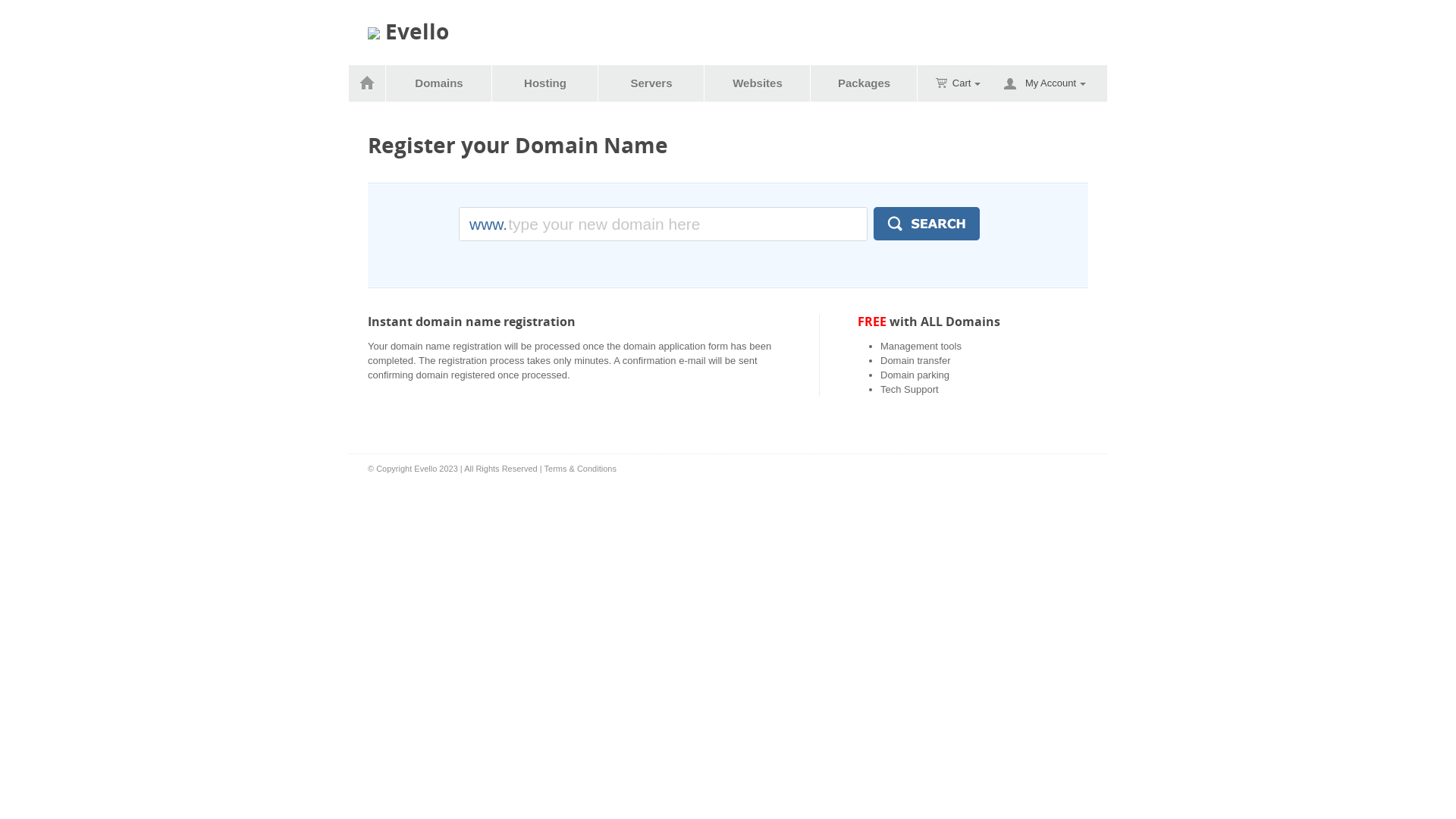 The image size is (1456, 819). I want to click on 'Domains', so click(438, 83).